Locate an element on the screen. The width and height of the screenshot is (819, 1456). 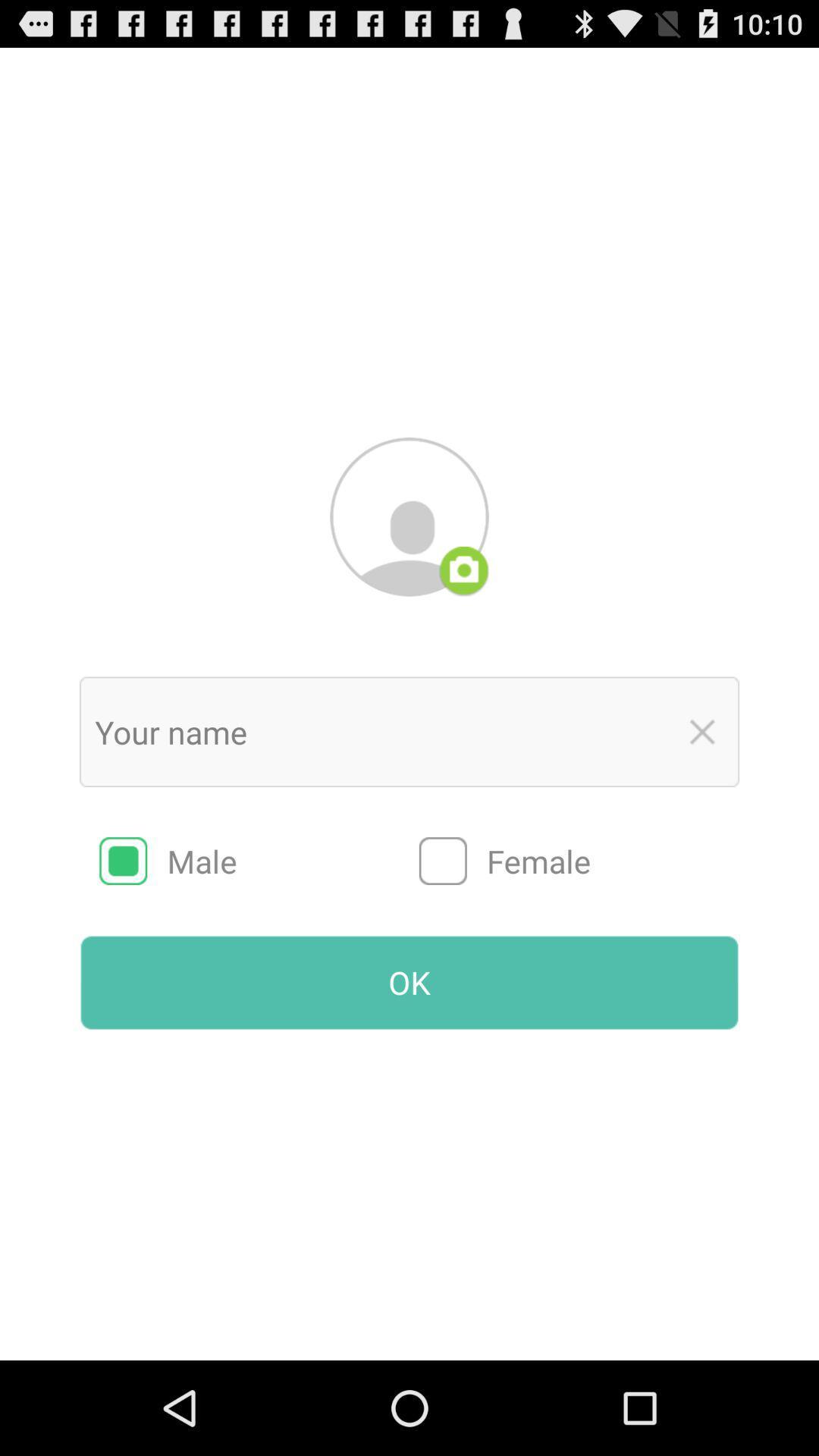
the user name toggle is located at coordinates (702, 732).